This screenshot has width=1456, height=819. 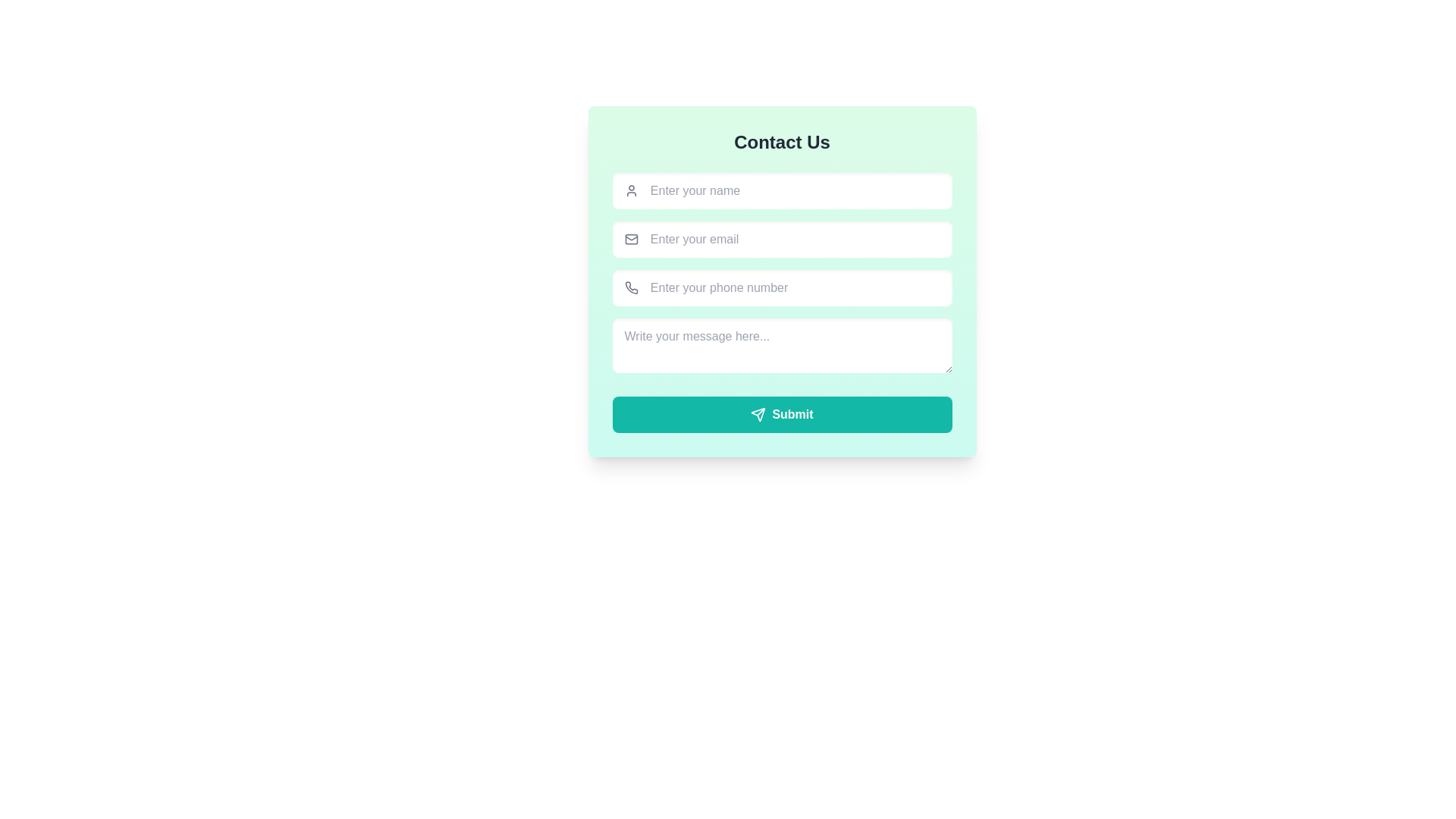 What do you see at coordinates (631, 287) in the screenshot?
I see `the phone icon located in the third input field labeled 'Enter your phone number', which is rendered in a line-art style and colored gray` at bounding box center [631, 287].